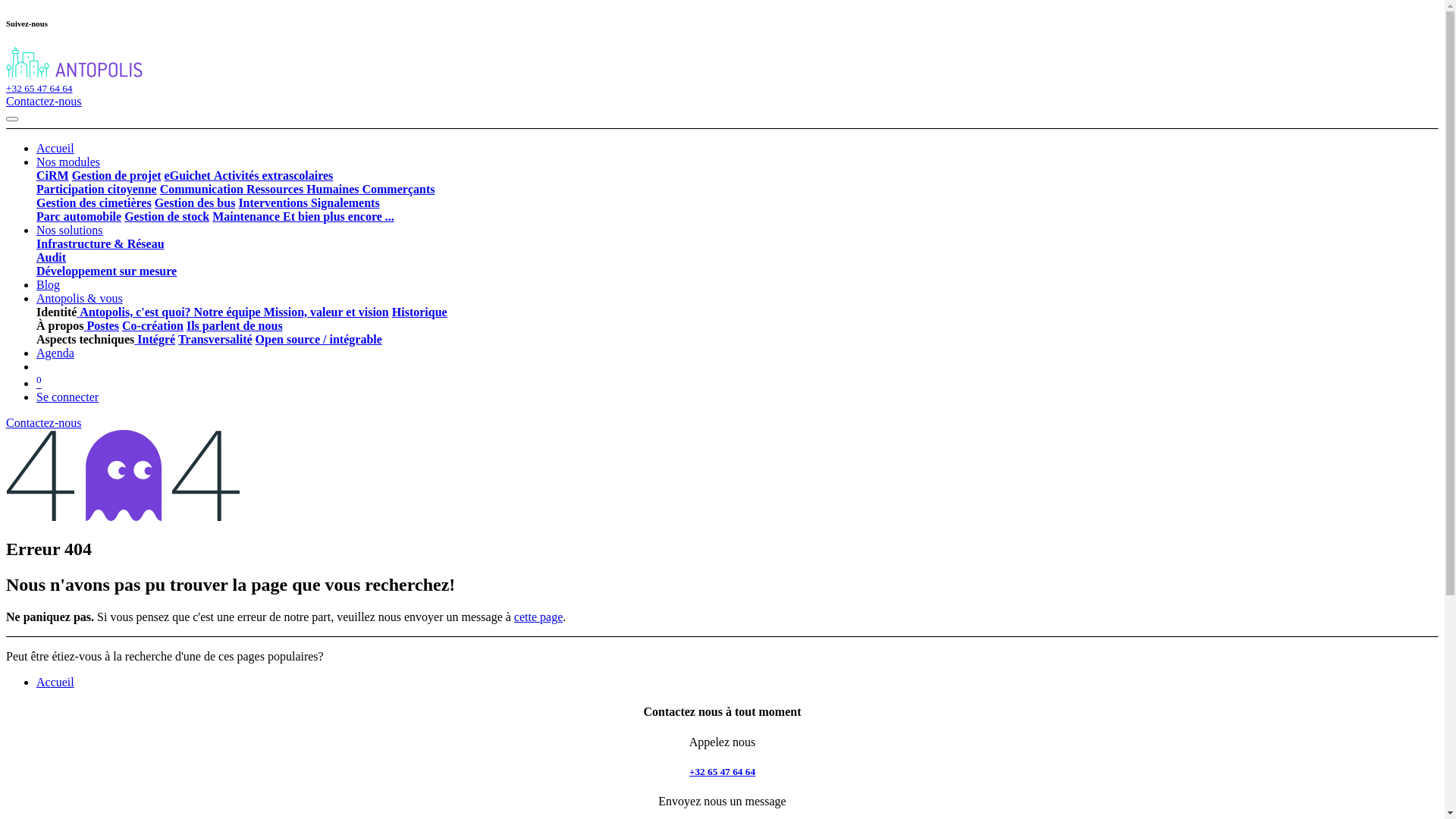 The image size is (1456, 819). I want to click on 'Blog', so click(48, 284).